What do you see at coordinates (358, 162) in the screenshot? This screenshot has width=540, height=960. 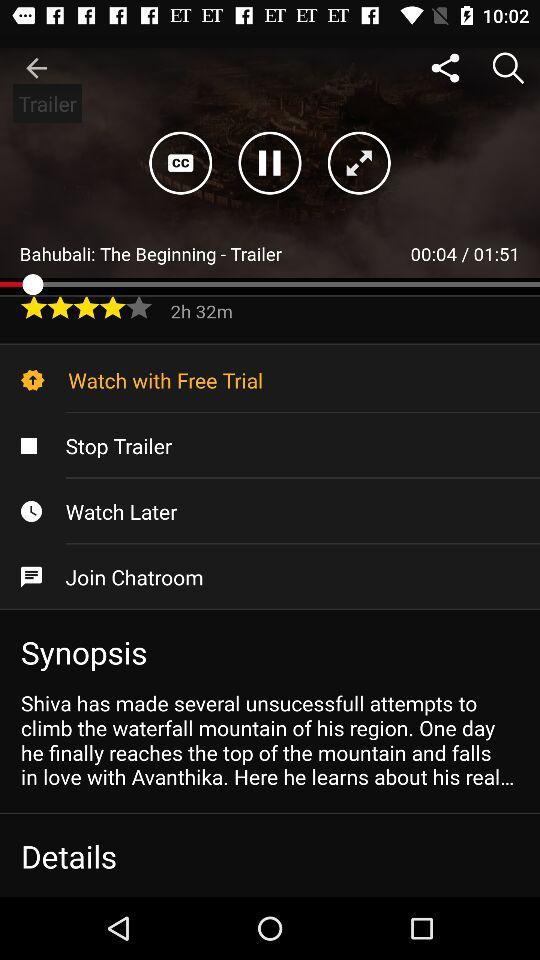 I see `the icon right to pause icon at the top of the page` at bounding box center [358, 162].